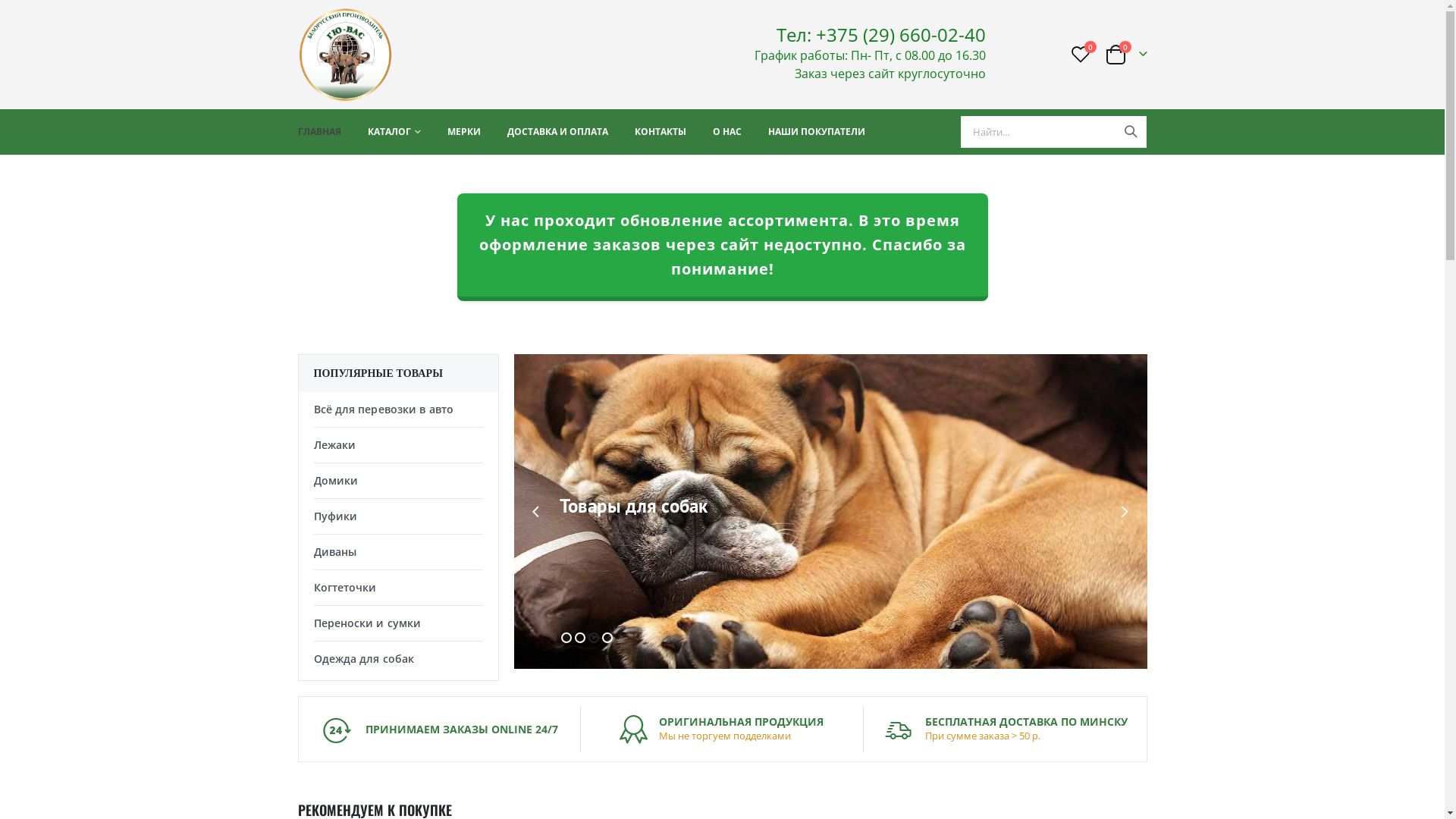 The width and height of the screenshot is (1456, 819). What do you see at coordinates (1131, 130) in the screenshot?
I see `'Search'` at bounding box center [1131, 130].